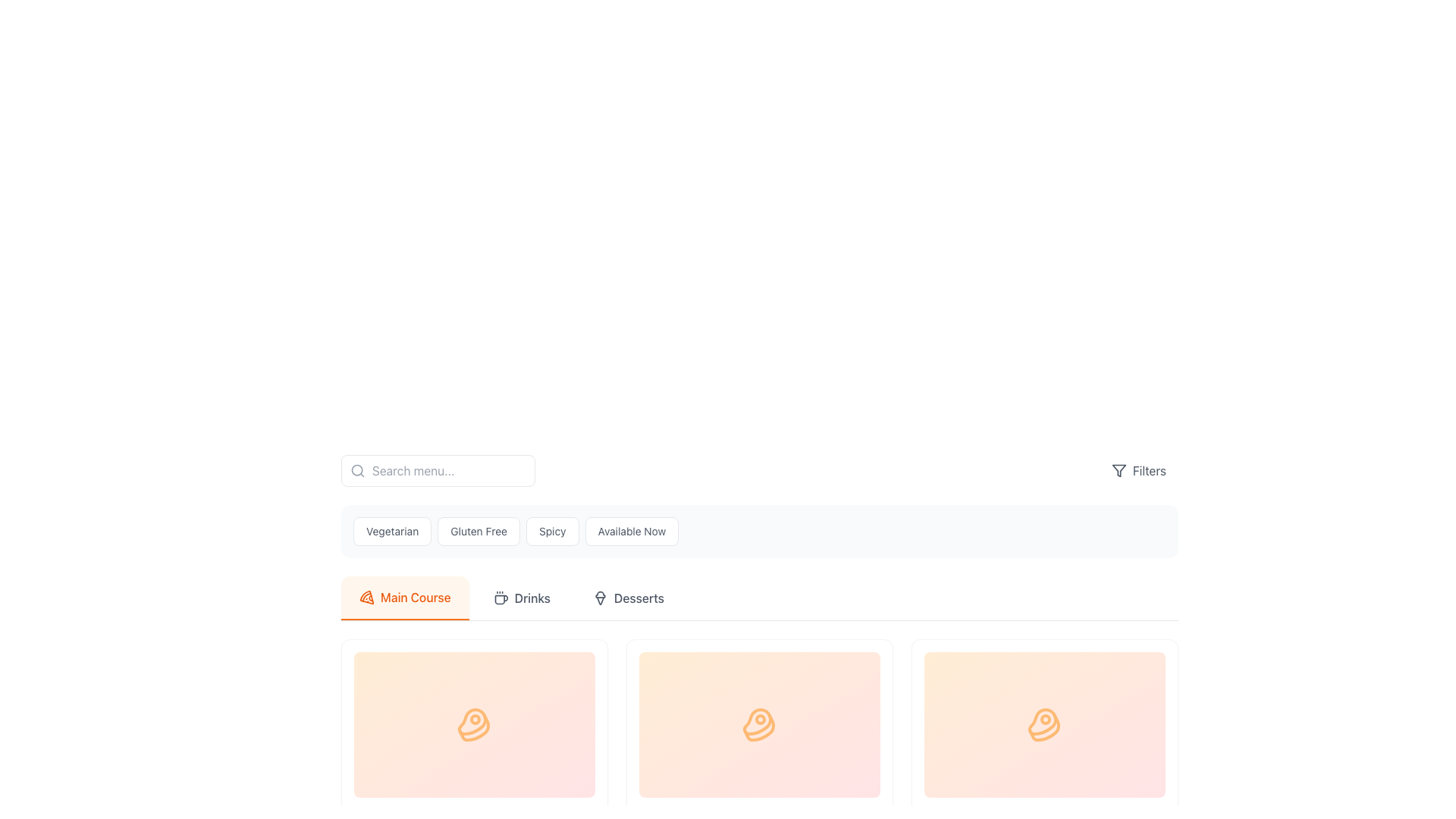  What do you see at coordinates (356, 469) in the screenshot?
I see `the circular decorative element of the search icon located in the header section of the webpage` at bounding box center [356, 469].